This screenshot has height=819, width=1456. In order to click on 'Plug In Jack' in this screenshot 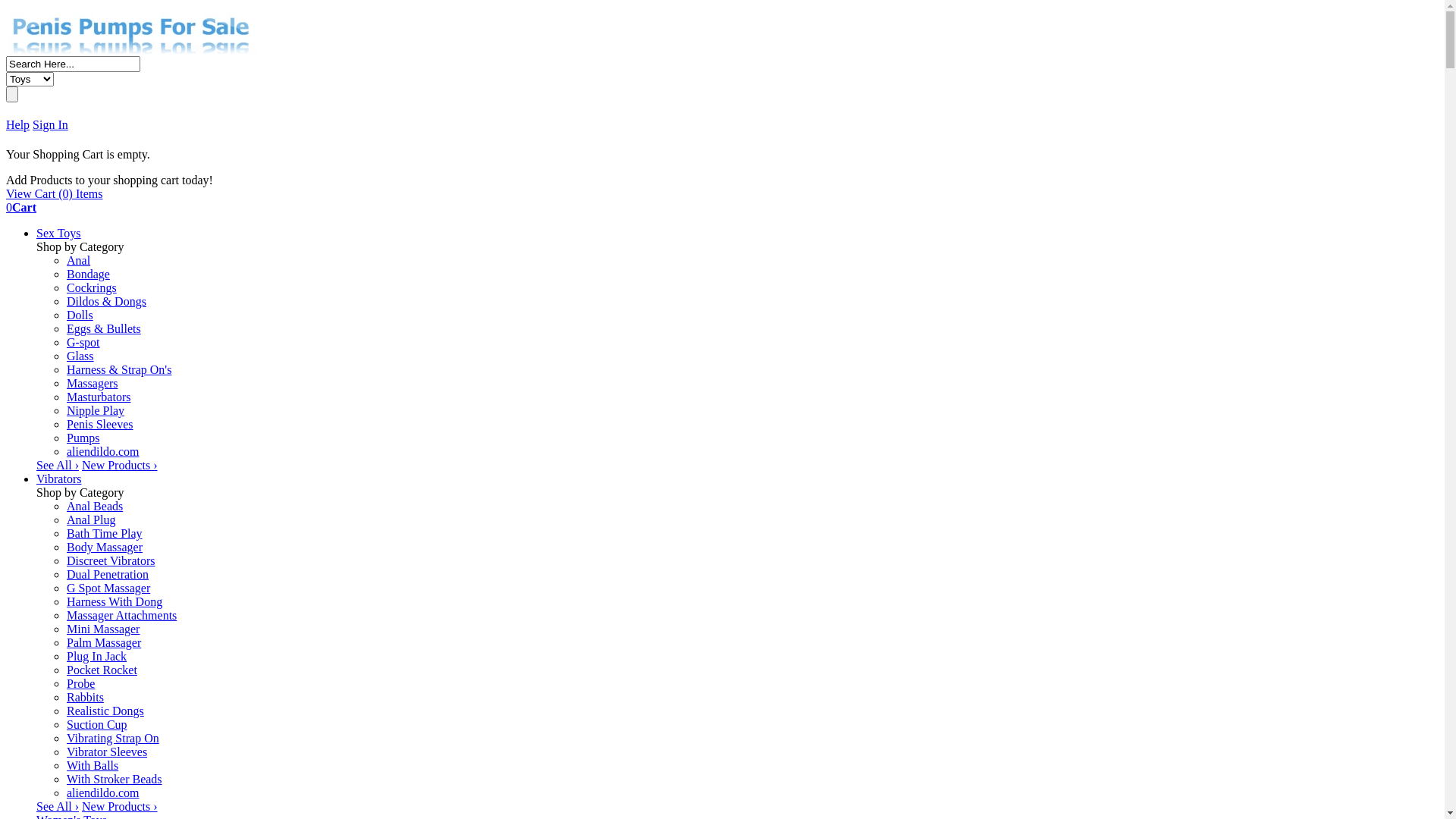, I will do `click(65, 655)`.